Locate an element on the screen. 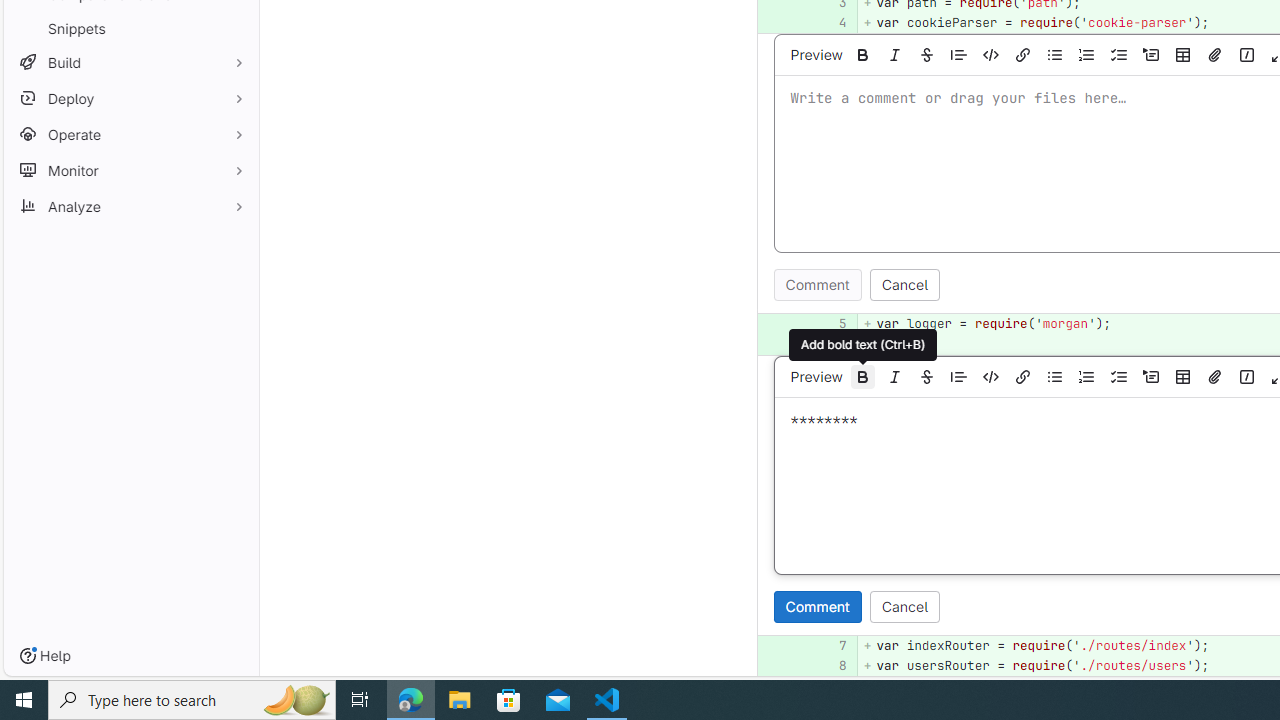 The width and height of the screenshot is (1280, 720). 'Insert code' is located at coordinates (991, 376).